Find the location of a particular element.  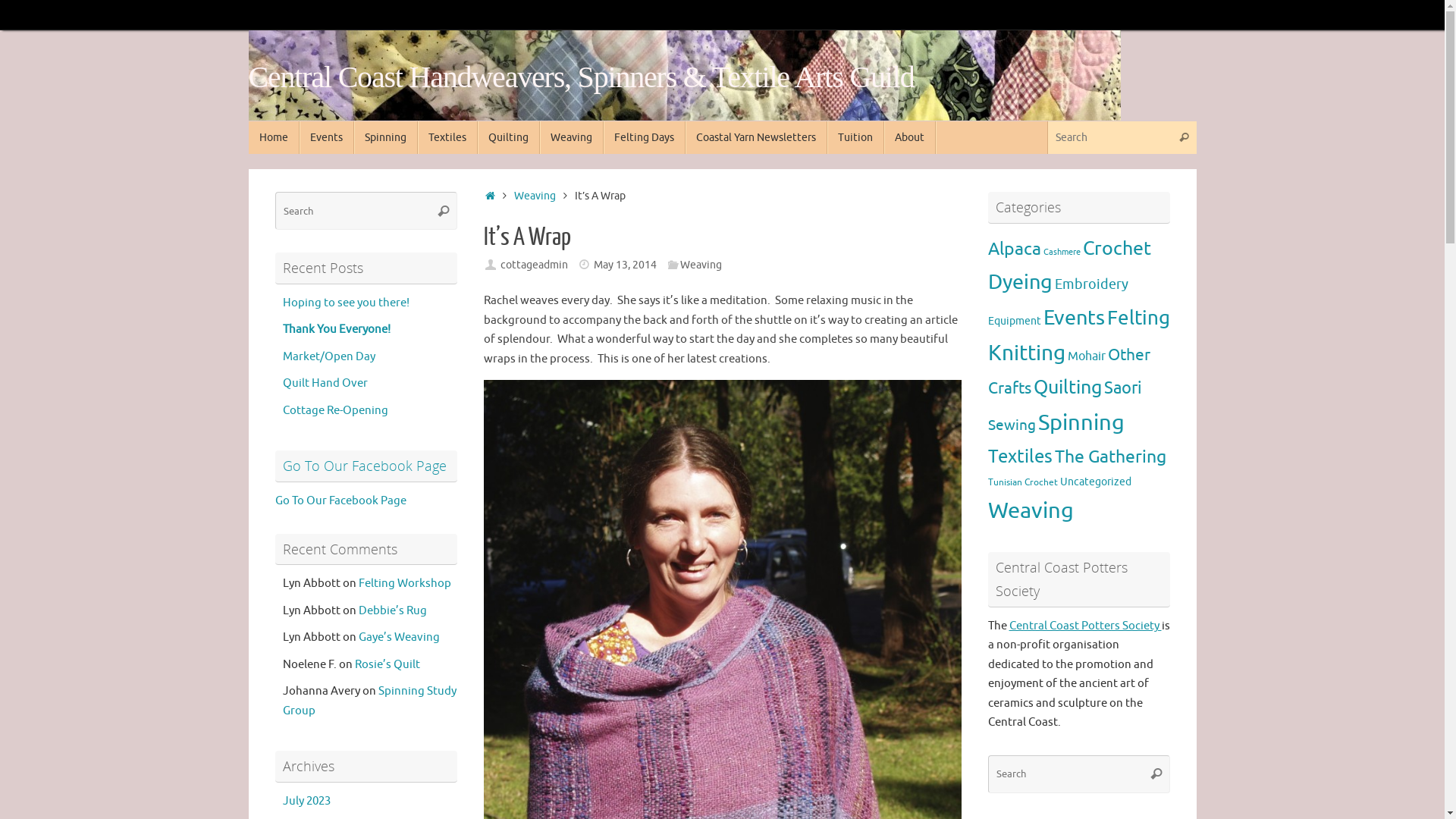

'Dyeing' is located at coordinates (987, 281).